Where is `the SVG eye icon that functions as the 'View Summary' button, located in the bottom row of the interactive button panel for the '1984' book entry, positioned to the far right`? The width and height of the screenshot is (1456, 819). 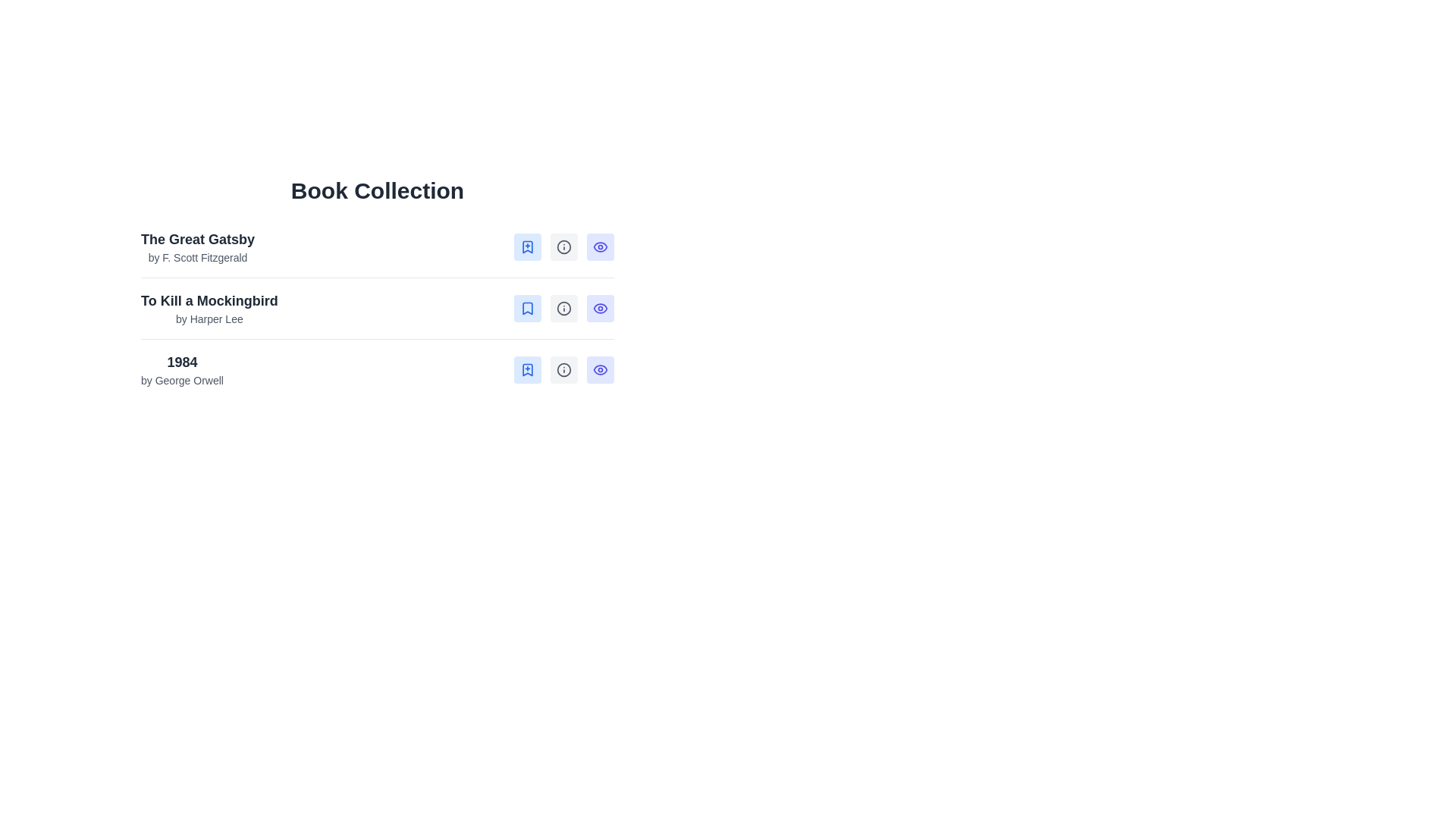
the SVG eye icon that functions as the 'View Summary' button, located in the bottom row of the interactive button panel for the '1984' book entry, positioned to the far right is located at coordinates (600, 370).